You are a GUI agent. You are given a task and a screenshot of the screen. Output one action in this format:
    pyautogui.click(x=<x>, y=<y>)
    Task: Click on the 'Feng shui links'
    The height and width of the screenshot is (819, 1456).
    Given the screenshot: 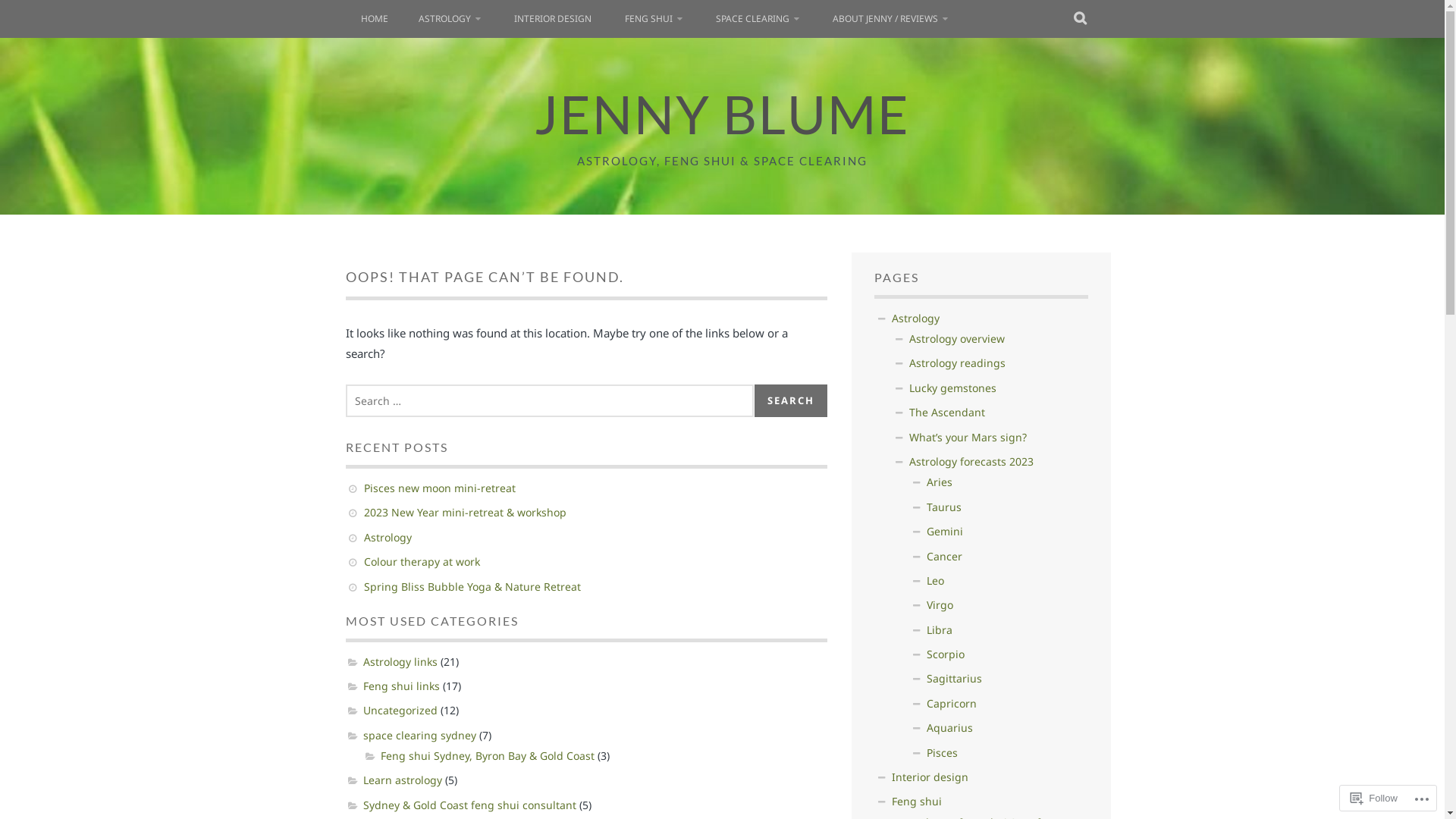 What is the action you would take?
    pyautogui.click(x=400, y=686)
    